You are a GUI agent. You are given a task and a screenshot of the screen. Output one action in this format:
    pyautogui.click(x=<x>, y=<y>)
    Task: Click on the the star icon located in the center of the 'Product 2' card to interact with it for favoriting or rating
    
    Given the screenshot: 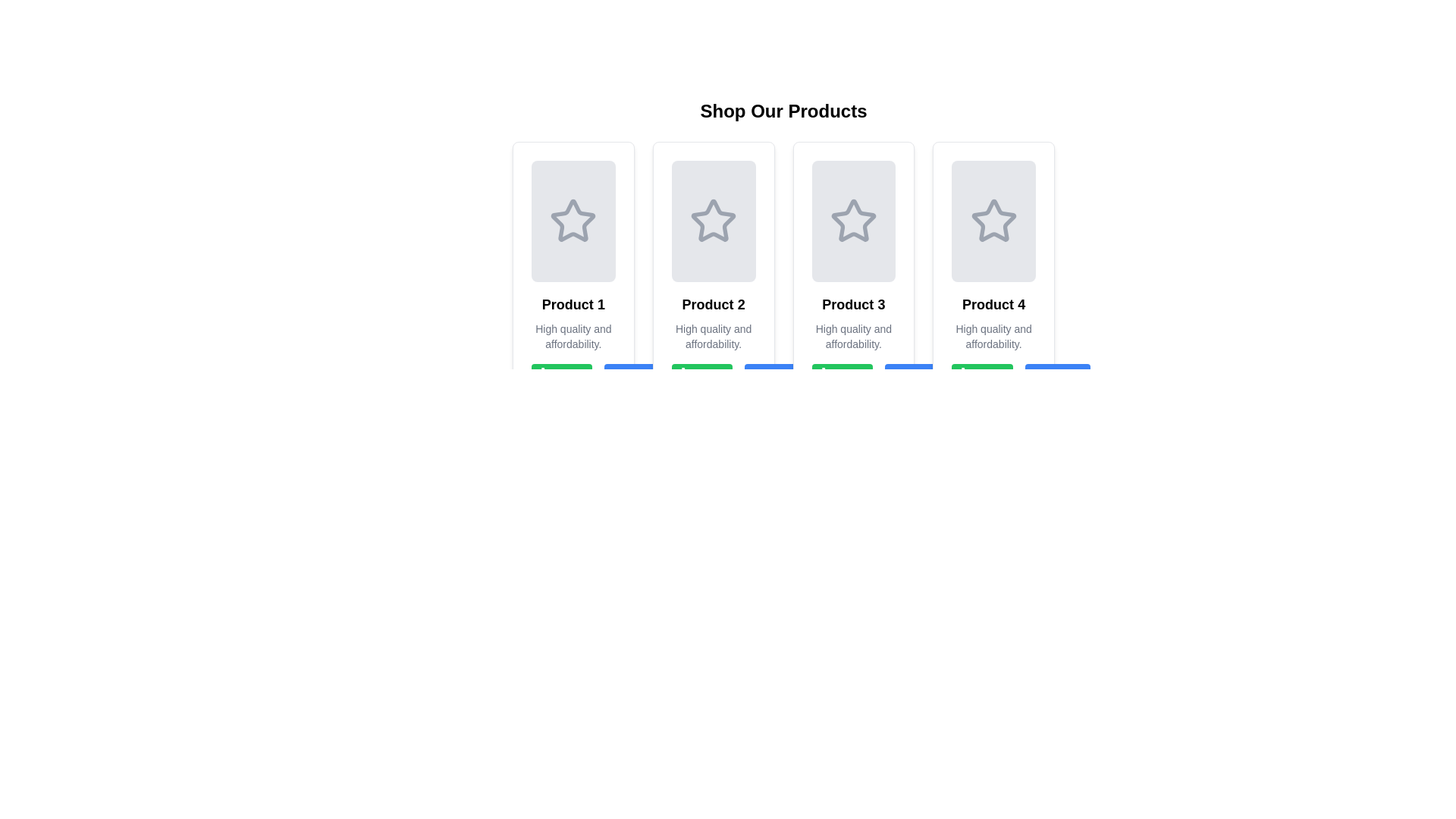 What is the action you would take?
    pyautogui.click(x=713, y=220)
    